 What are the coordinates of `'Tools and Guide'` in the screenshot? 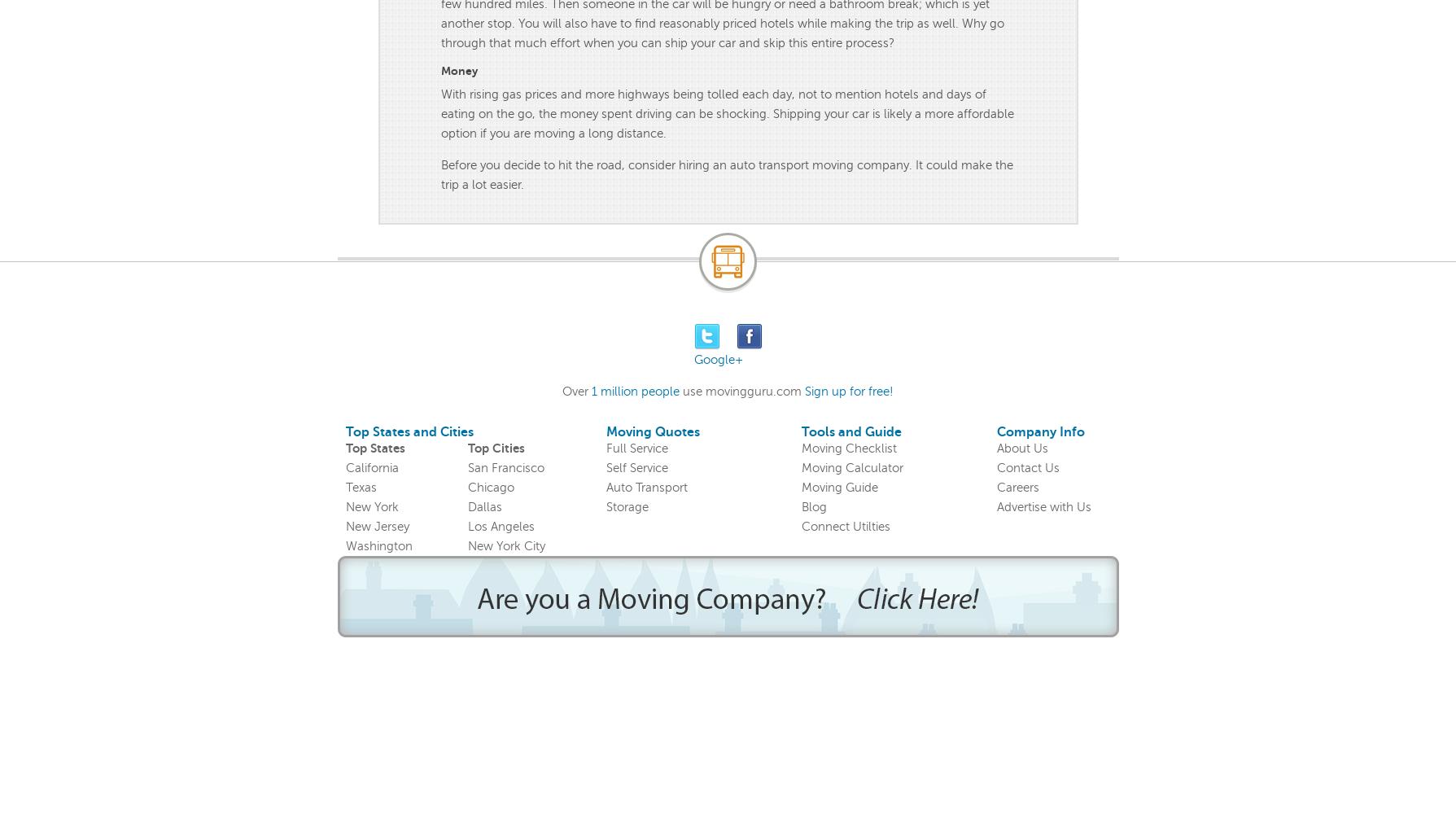 It's located at (799, 432).